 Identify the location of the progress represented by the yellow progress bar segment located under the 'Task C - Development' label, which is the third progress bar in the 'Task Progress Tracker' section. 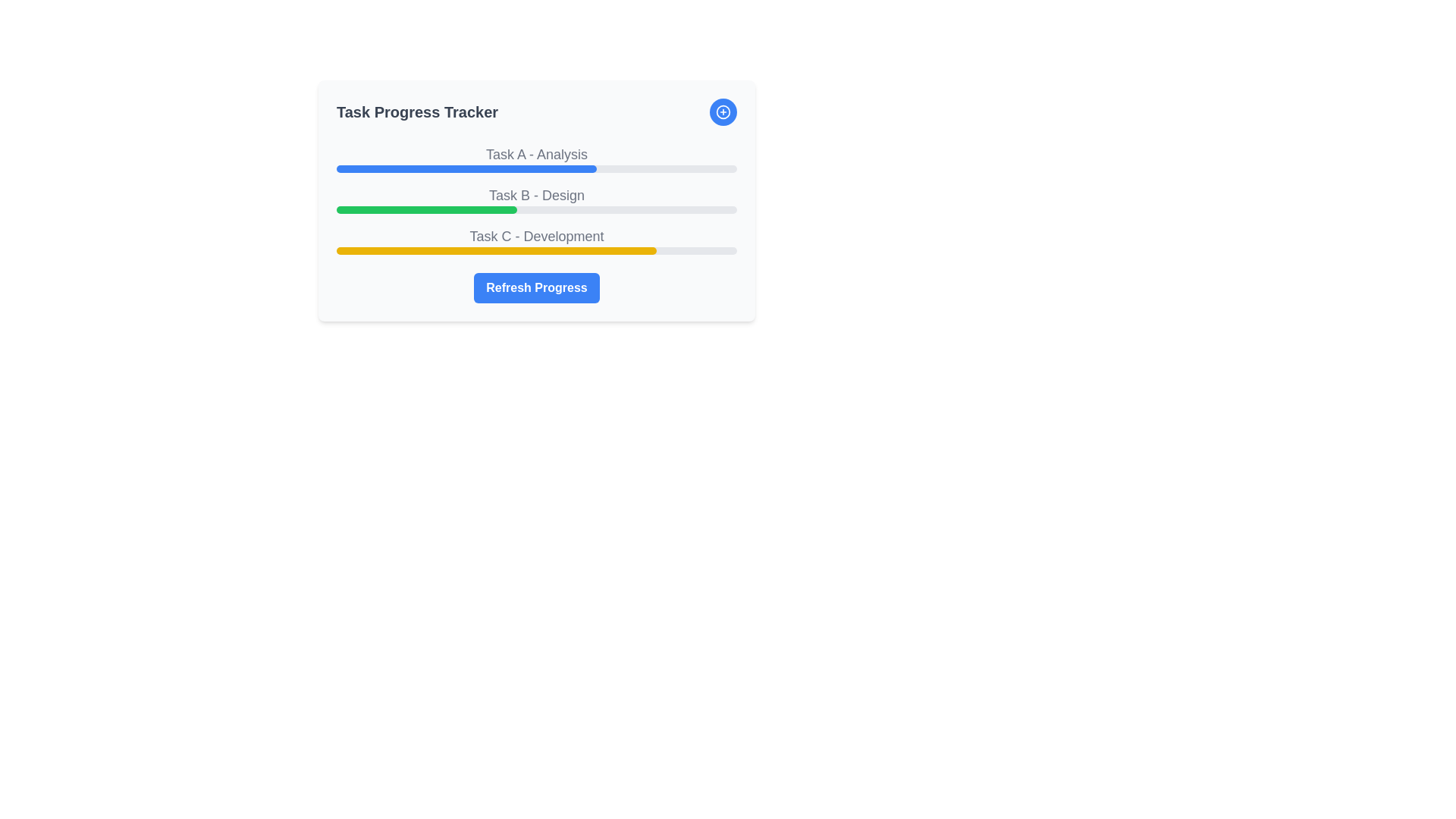
(497, 250).